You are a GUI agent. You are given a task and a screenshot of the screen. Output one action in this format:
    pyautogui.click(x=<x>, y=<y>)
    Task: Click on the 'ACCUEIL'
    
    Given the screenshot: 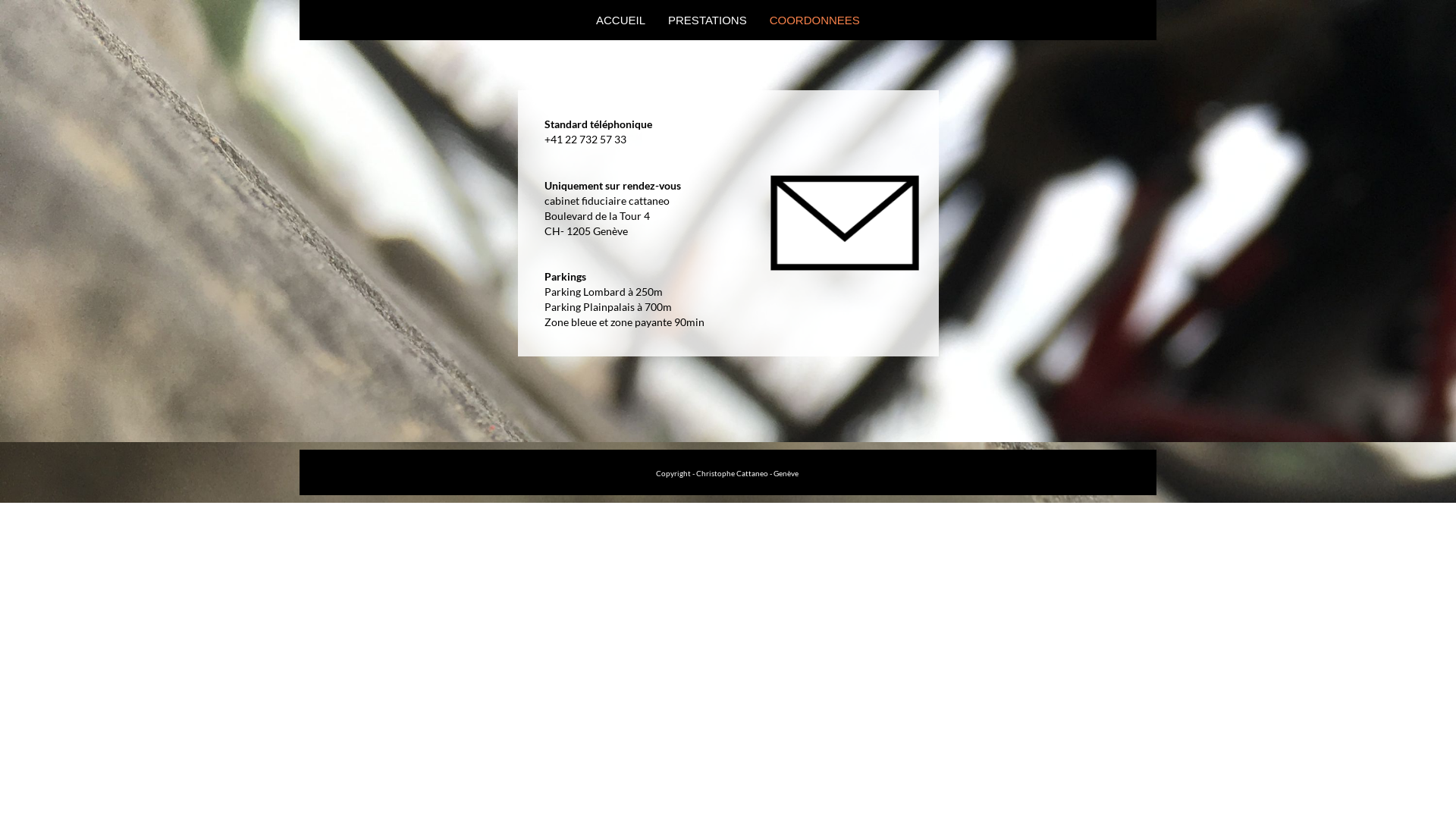 What is the action you would take?
    pyautogui.click(x=584, y=20)
    